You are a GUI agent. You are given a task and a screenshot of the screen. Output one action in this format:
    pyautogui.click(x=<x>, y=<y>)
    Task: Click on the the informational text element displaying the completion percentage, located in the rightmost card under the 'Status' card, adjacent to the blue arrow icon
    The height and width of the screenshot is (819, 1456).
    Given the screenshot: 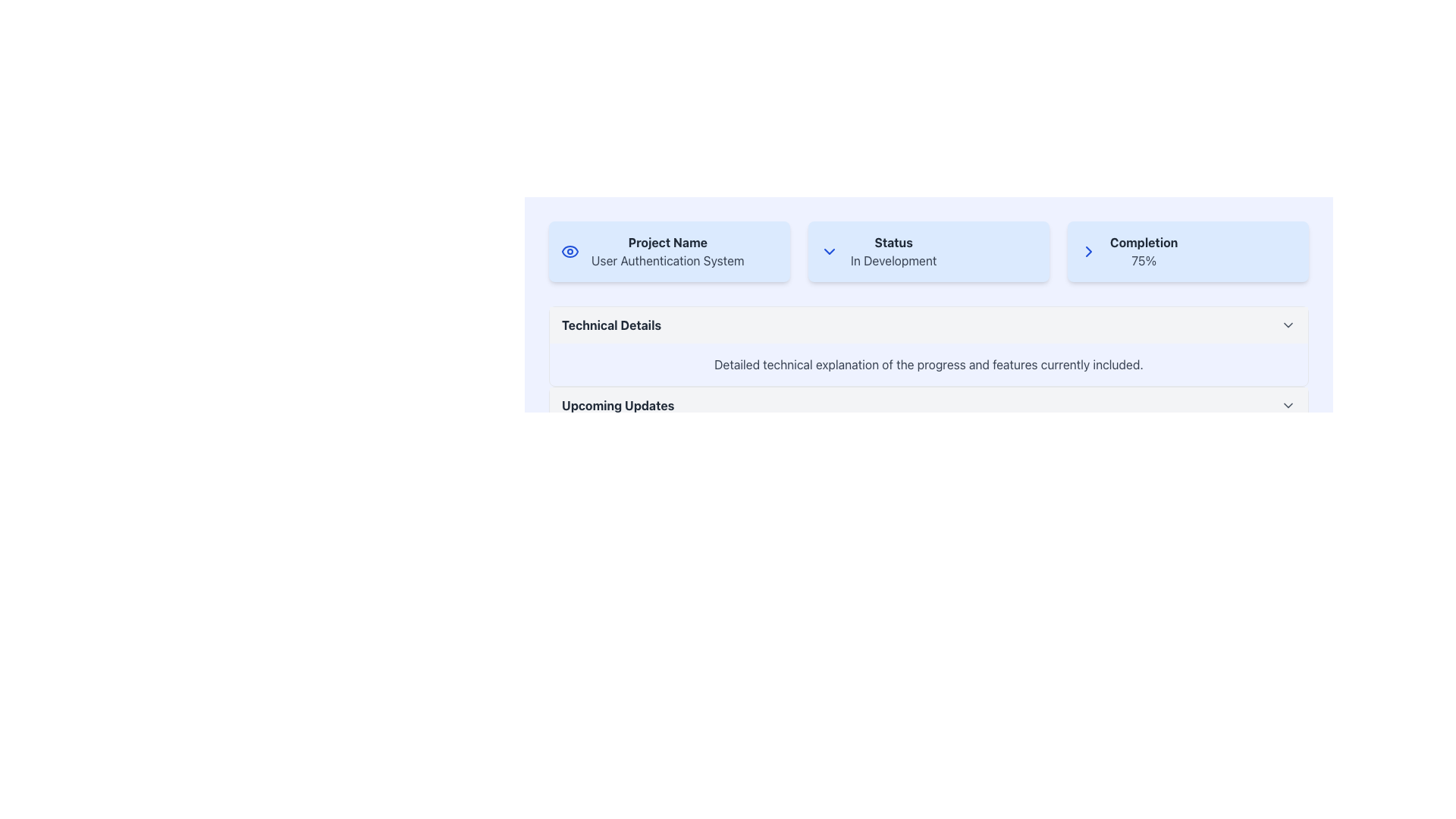 What is the action you would take?
    pyautogui.click(x=1144, y=250)
    